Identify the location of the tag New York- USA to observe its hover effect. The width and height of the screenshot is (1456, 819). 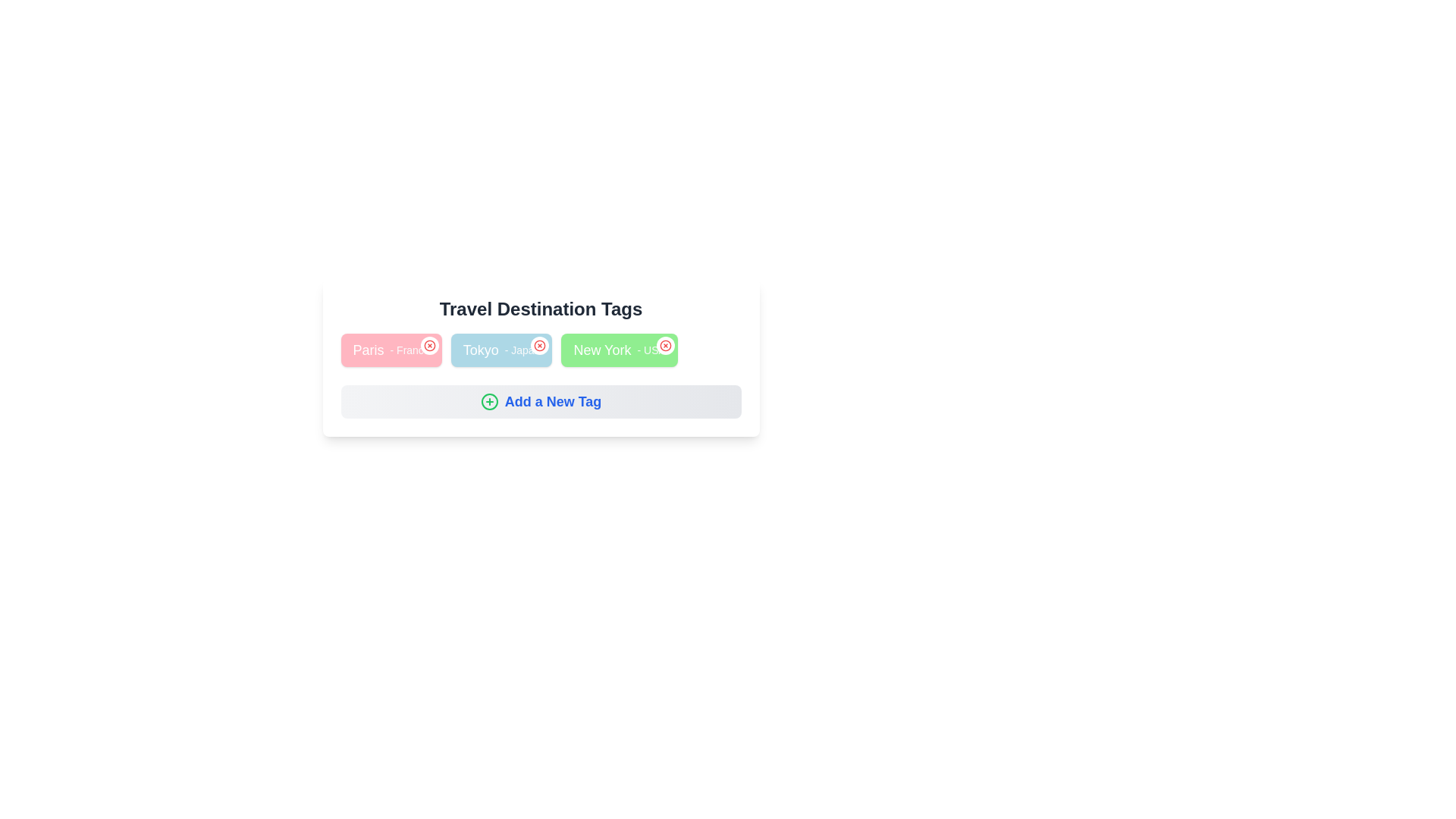
(619, 350).